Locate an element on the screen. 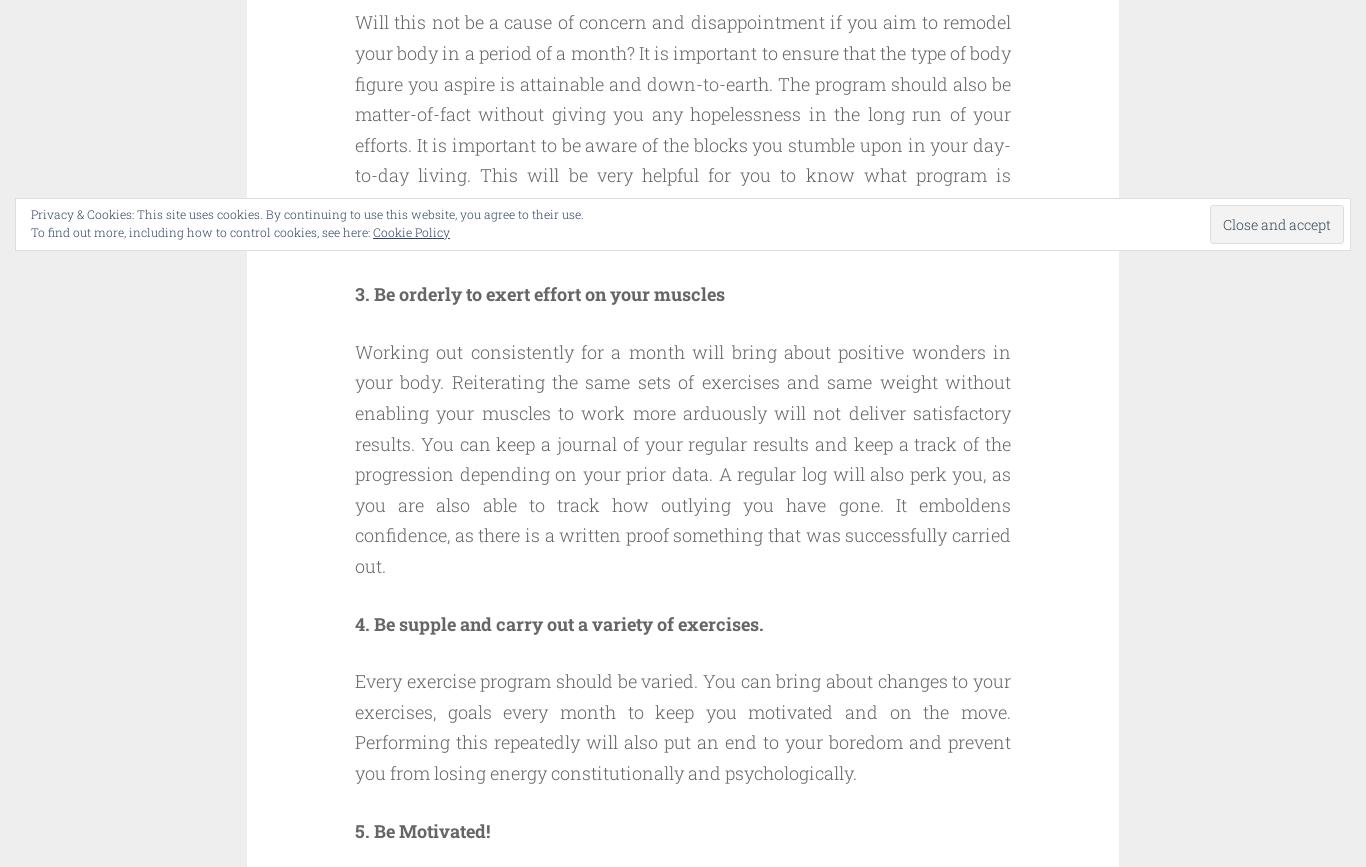  'Privacy & Cookies: This site uses cookies. By continuing to use this website, you agree to their use.' is located at coordinates (307, 213).